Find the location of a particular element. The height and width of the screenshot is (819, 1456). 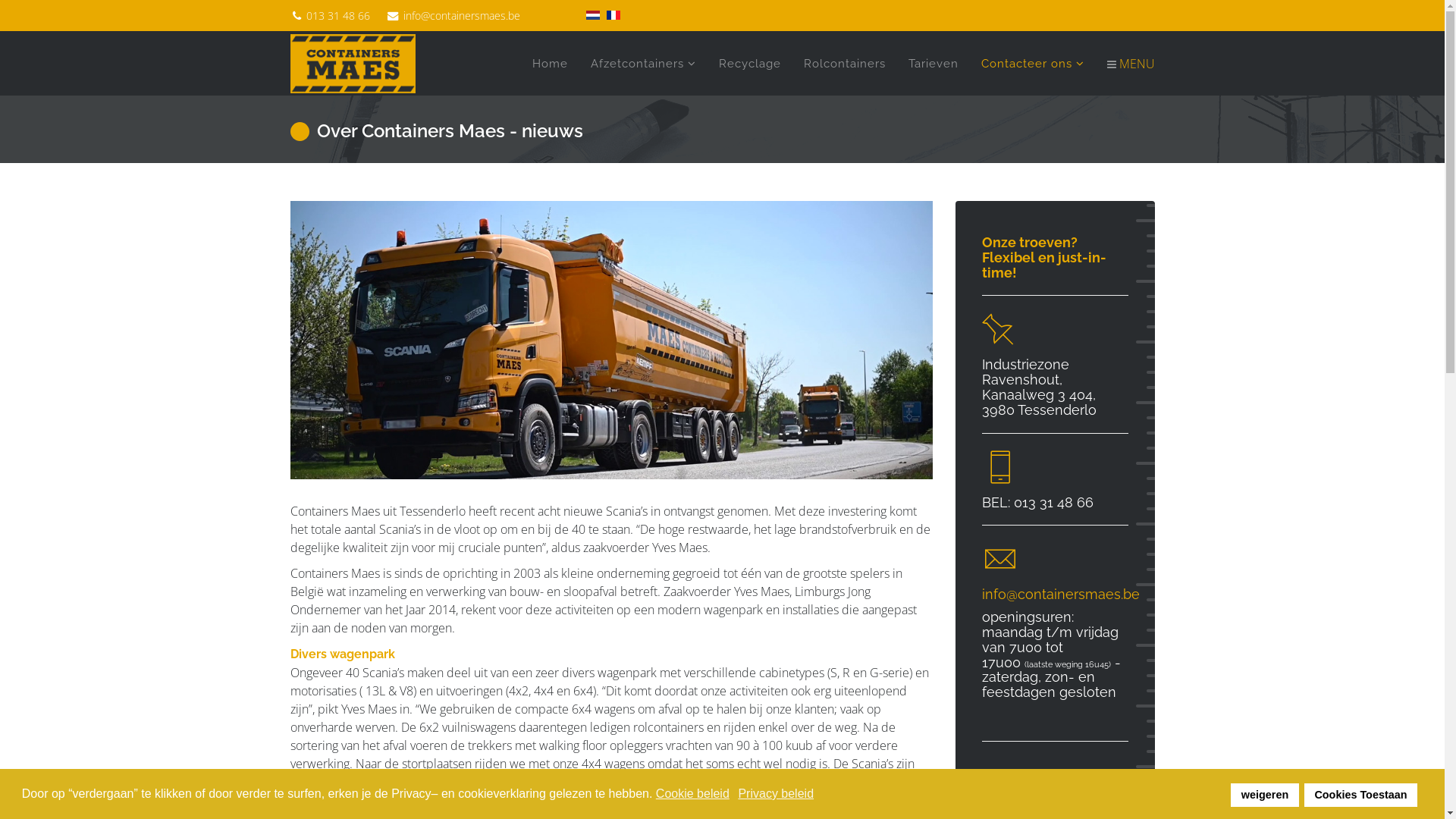

'Tarieven' is located at coordinates (931, 63).